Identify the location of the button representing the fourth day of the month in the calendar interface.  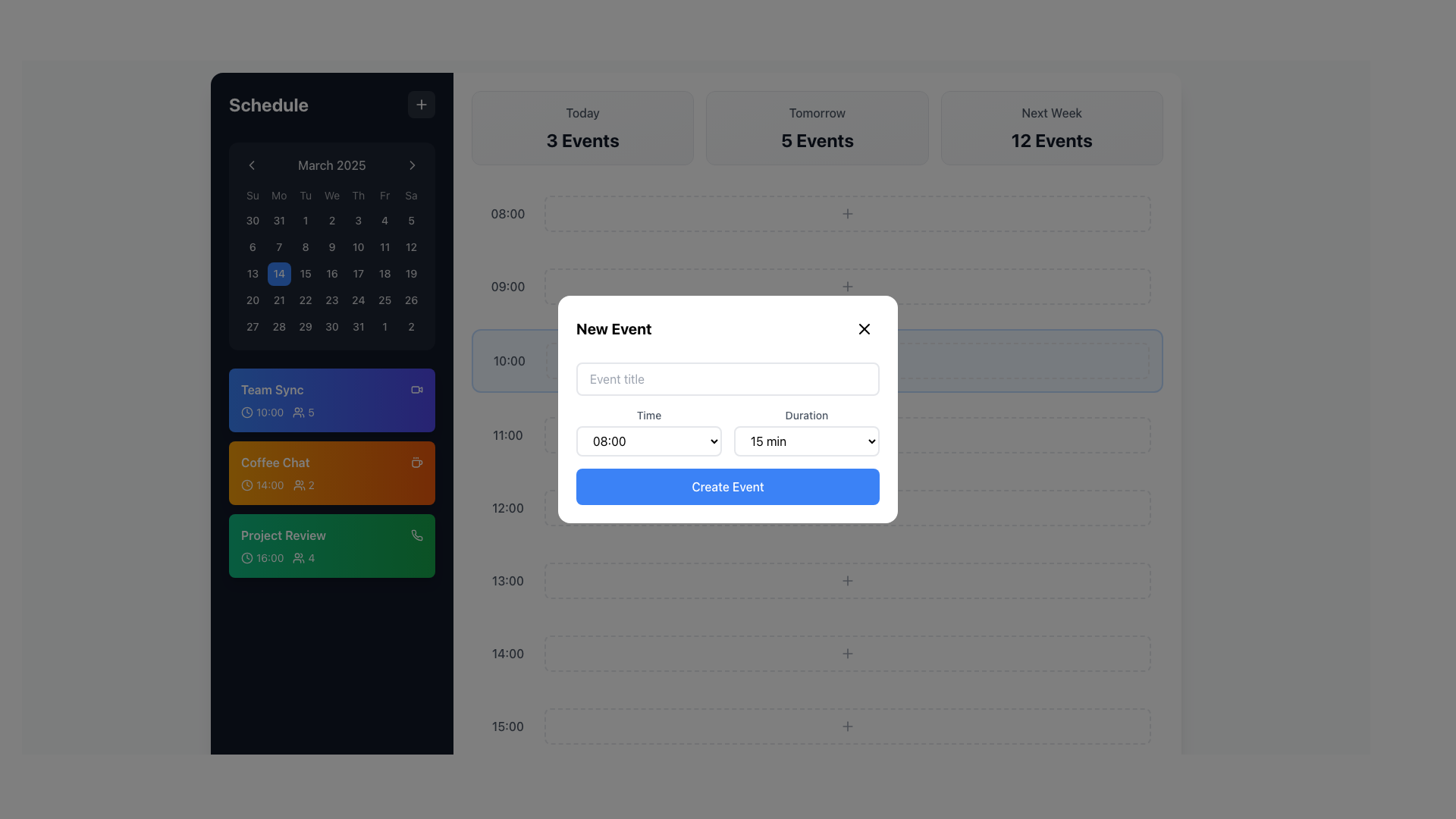
(384, 221).